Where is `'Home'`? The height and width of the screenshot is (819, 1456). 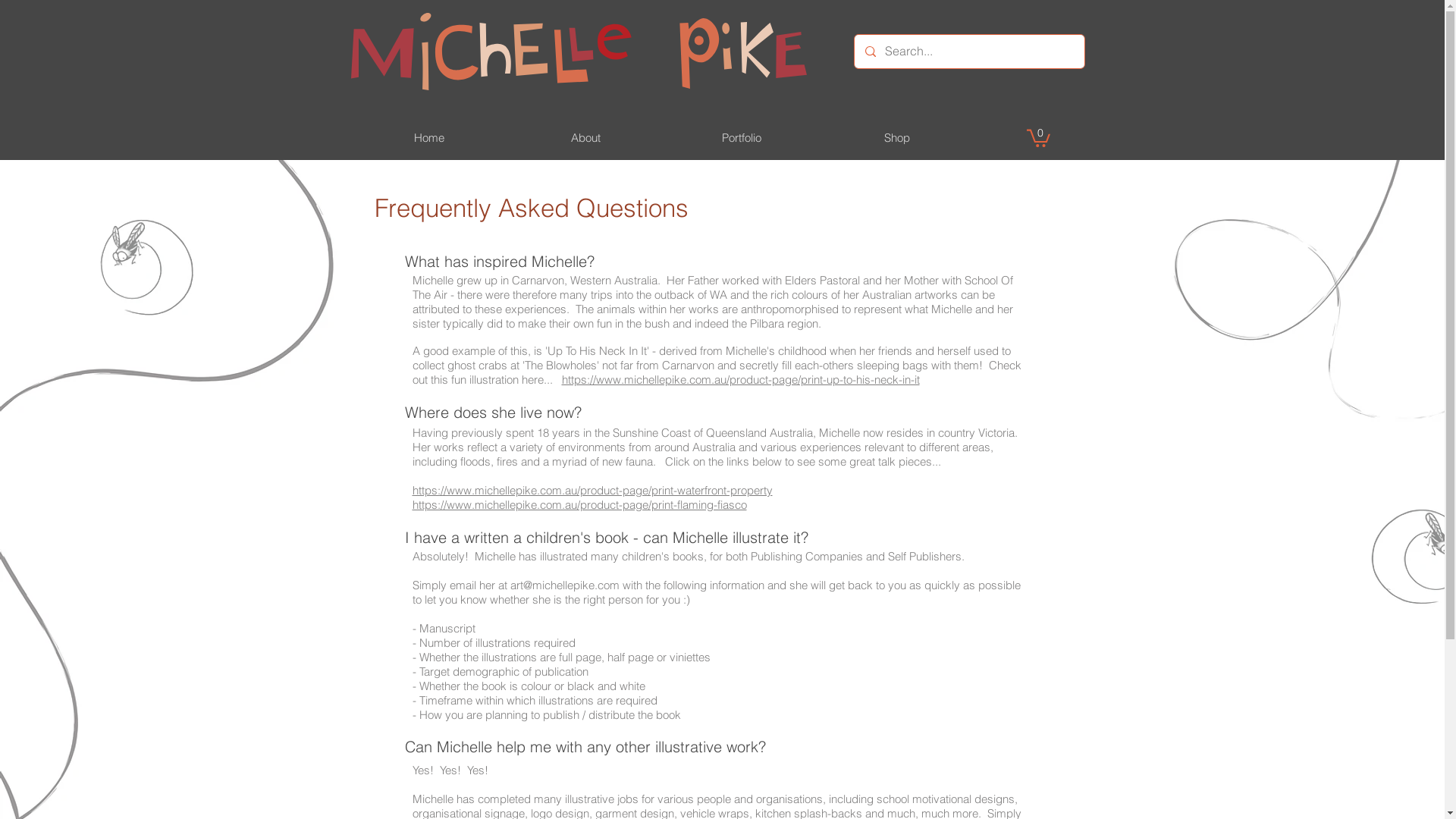 'Home' is located at coordinates (428, 137).